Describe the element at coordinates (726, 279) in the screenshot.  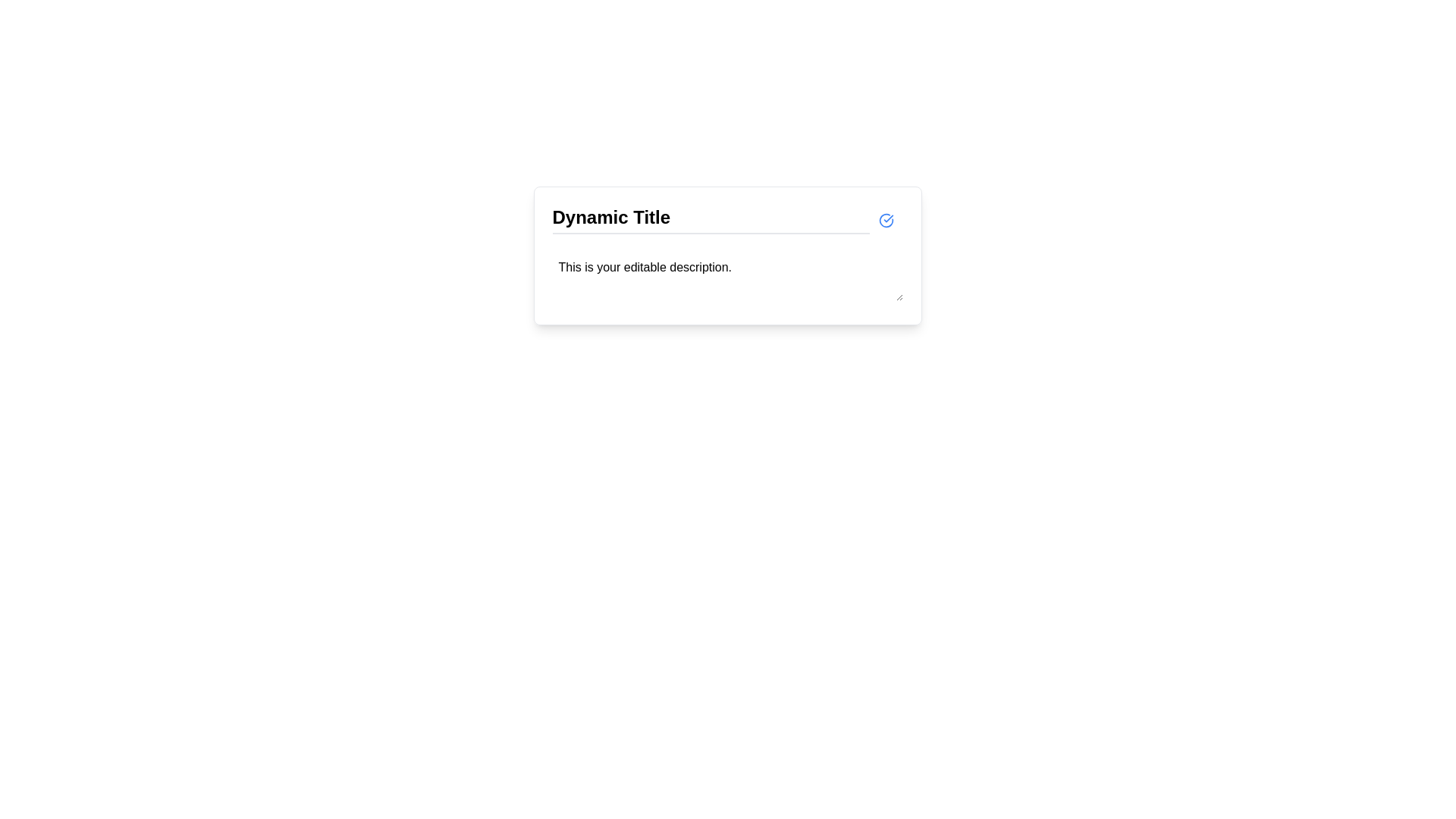
I see `the editable text area that contains the text 'This is your editable description.' positioned below the 'Dynamic Title' header` at that location.